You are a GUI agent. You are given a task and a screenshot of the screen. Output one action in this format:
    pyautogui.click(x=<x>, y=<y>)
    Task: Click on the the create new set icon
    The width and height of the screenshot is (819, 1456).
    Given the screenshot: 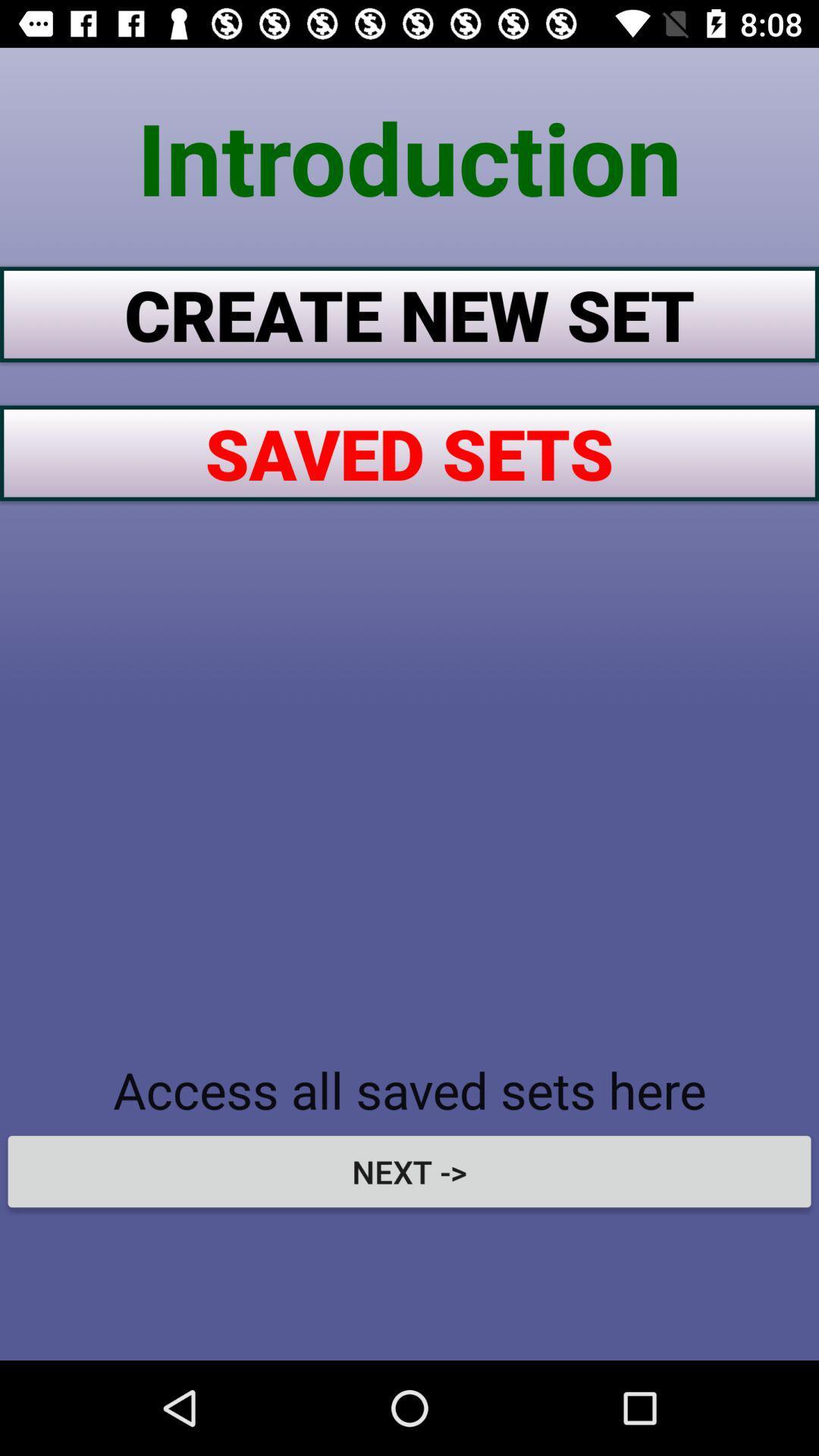 What is the action you would take?
    pyautogui.click(x=409, y=313)
    